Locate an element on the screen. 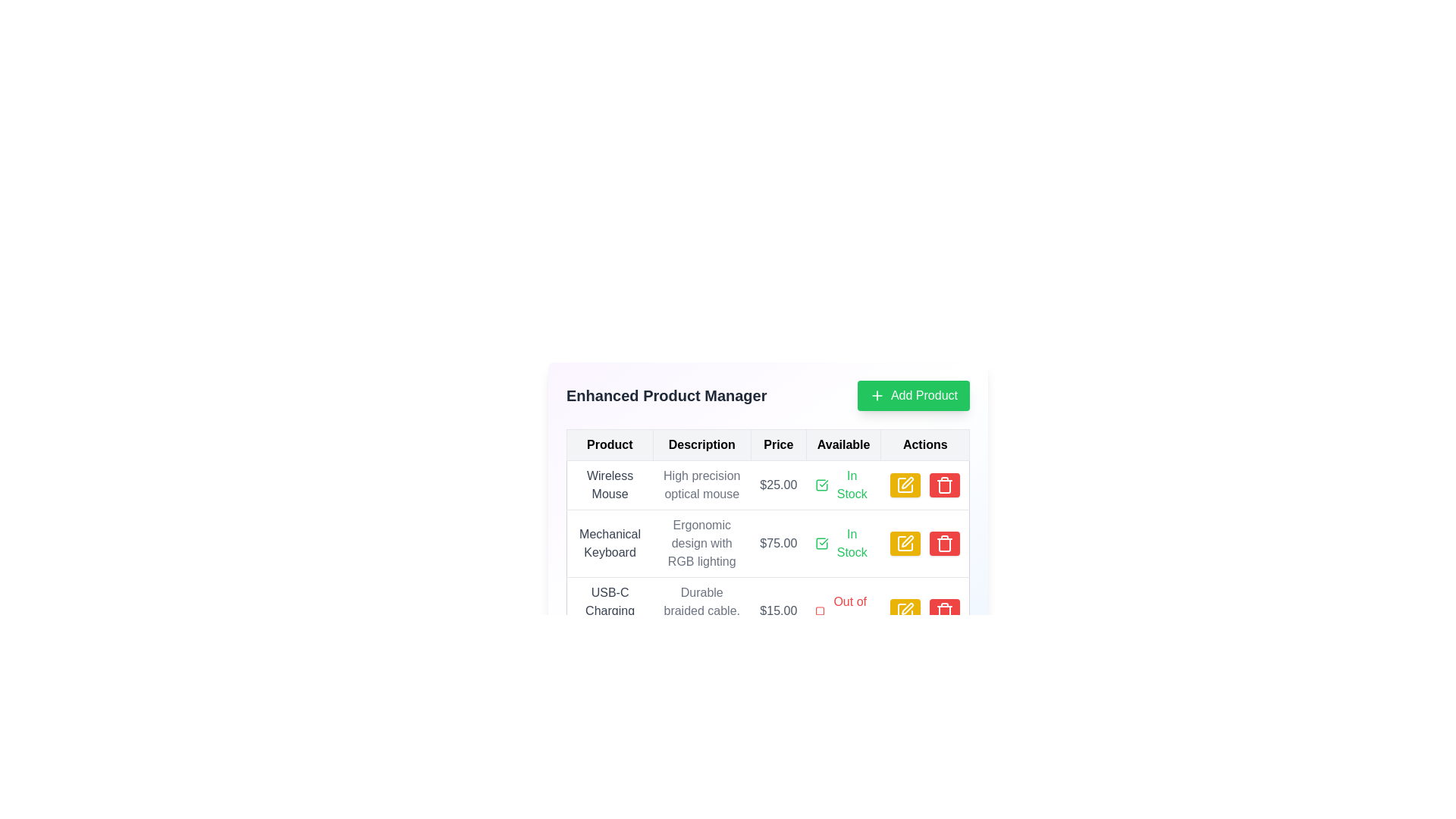 The image size is (1456, 819). the 'Out of Stock' icon in the third row of the data table, located in the 'Available' column next to the text 'Out of Stock' for the 'USB-C Charging' product is located at coordinates (819, 610).